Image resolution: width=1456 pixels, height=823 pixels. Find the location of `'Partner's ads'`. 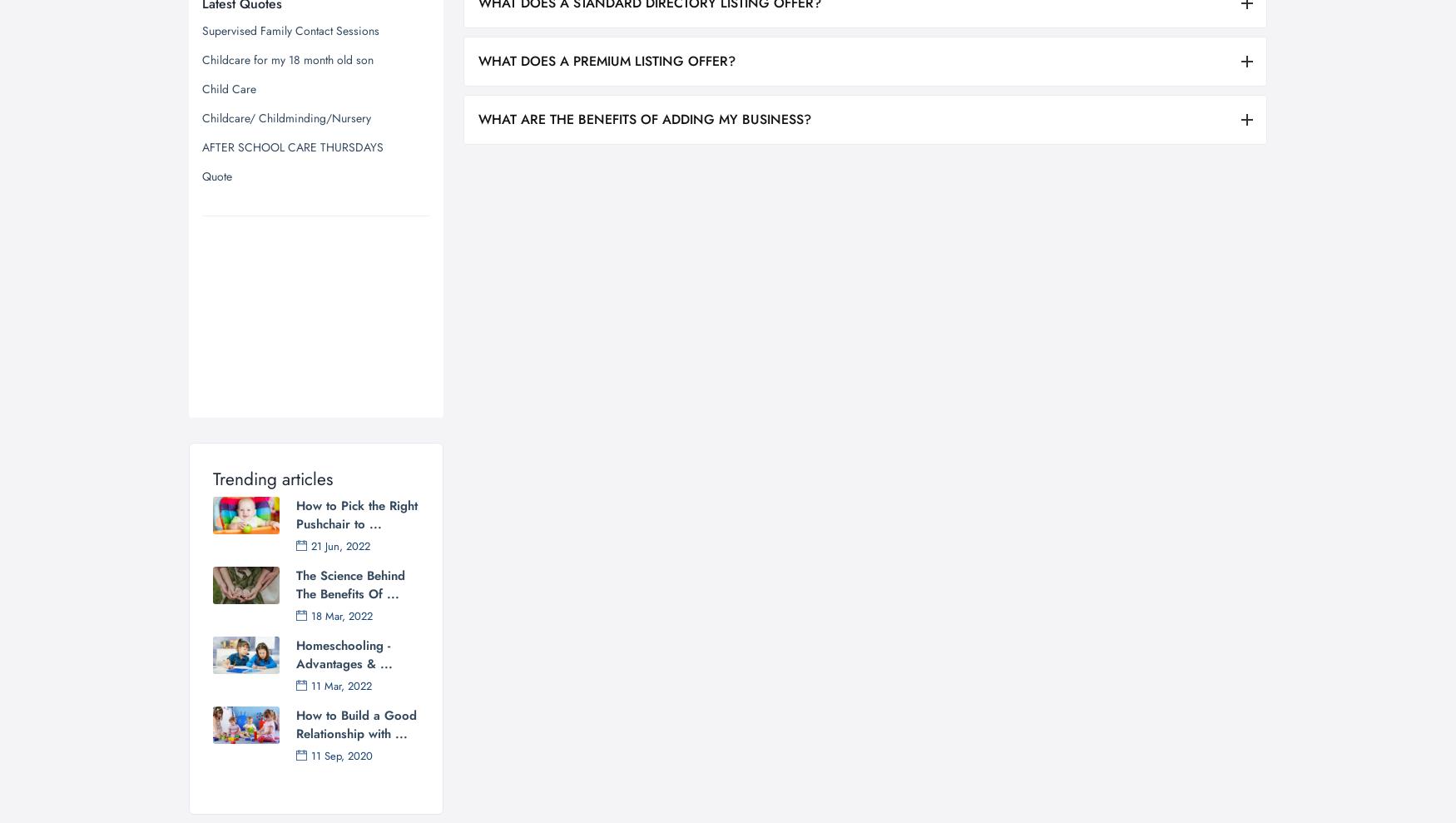

'Partner's ads' is located at coordinates (248, 82).